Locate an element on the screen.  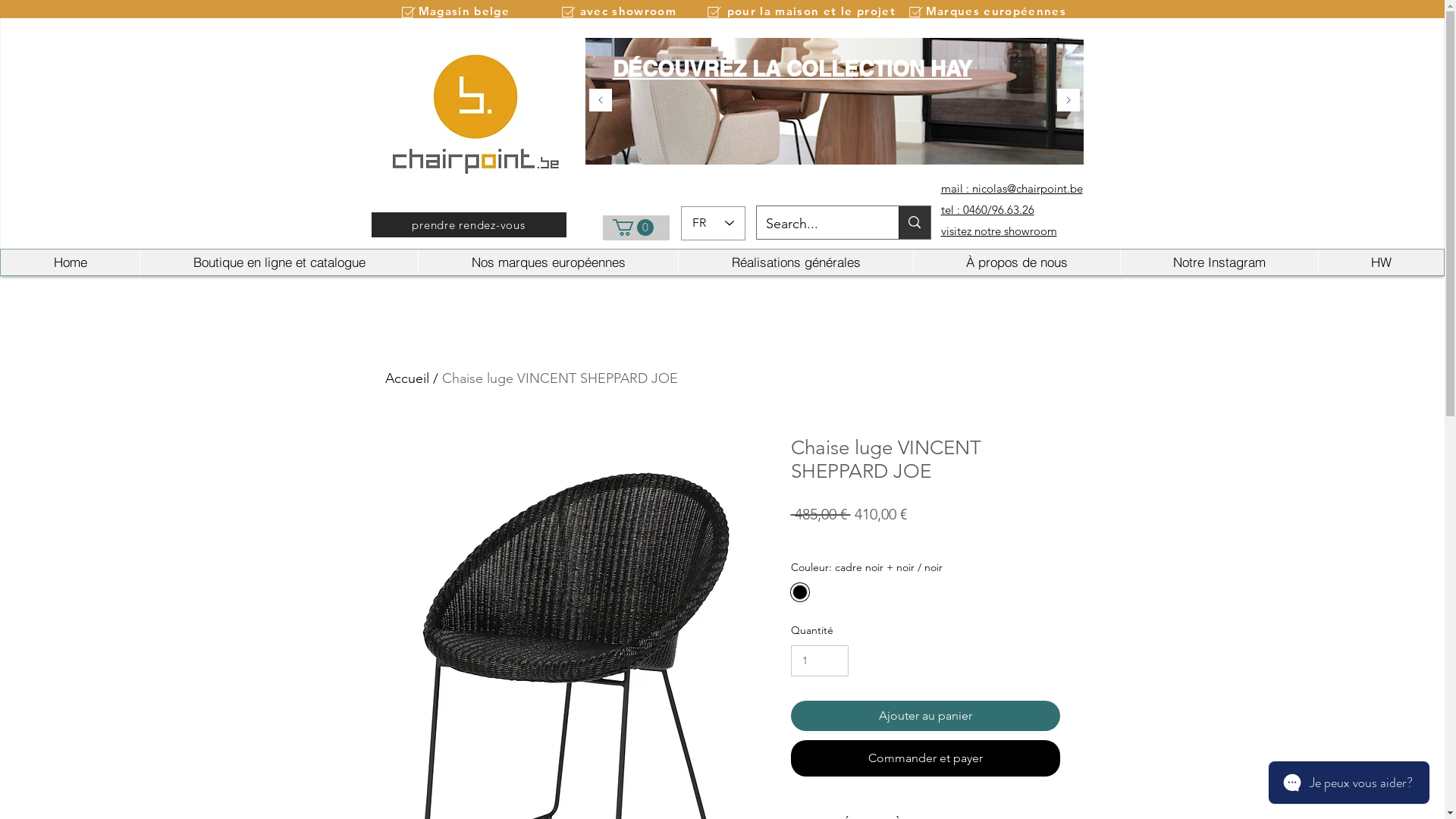
'tel : 0460/96.63.26' is located at coordinates (987, 209).